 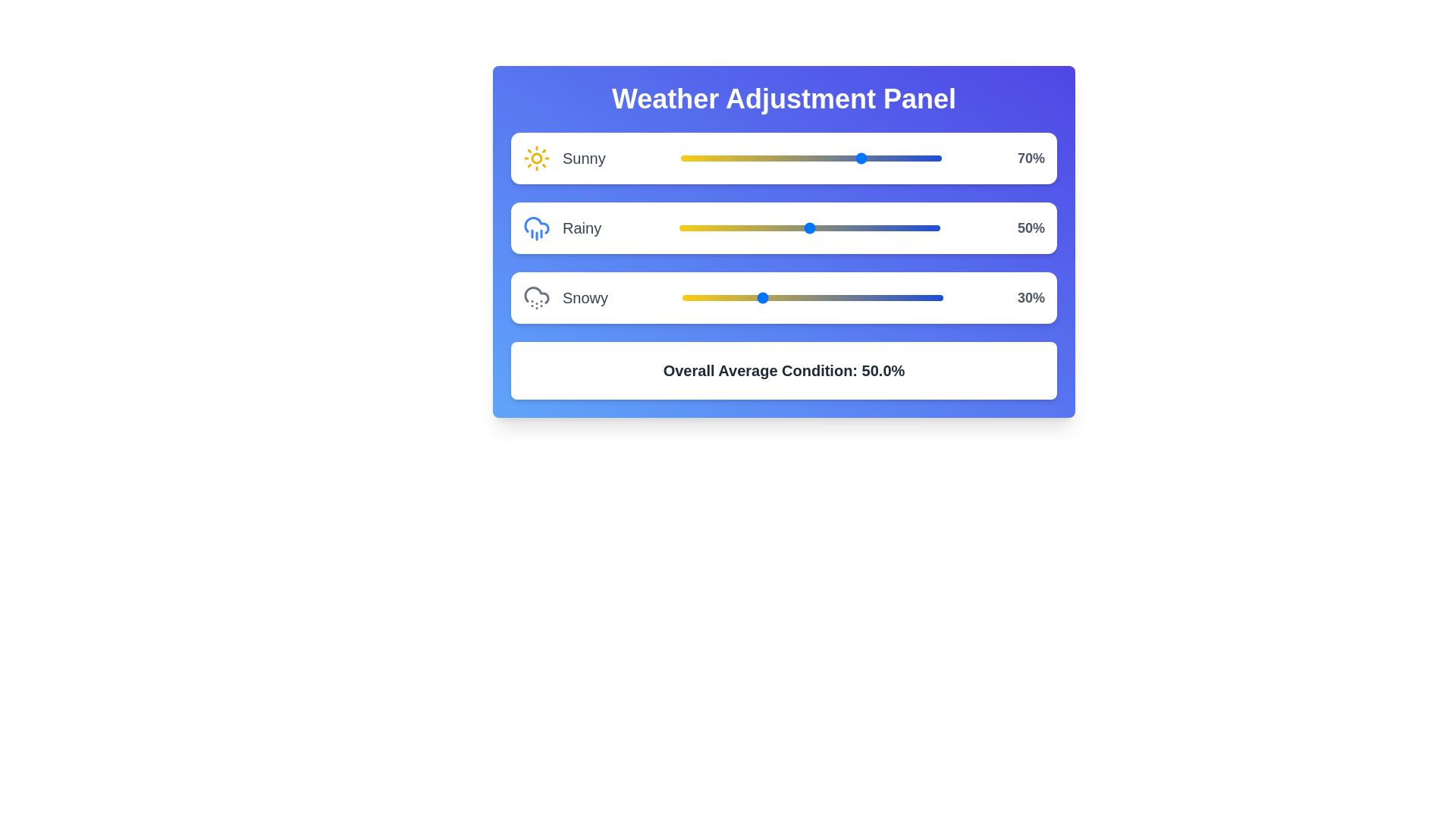 What do you see at coordinates (718, 298) in the screenshot?
I see `the snowy condition percentage` at bounding box center [718, 298].